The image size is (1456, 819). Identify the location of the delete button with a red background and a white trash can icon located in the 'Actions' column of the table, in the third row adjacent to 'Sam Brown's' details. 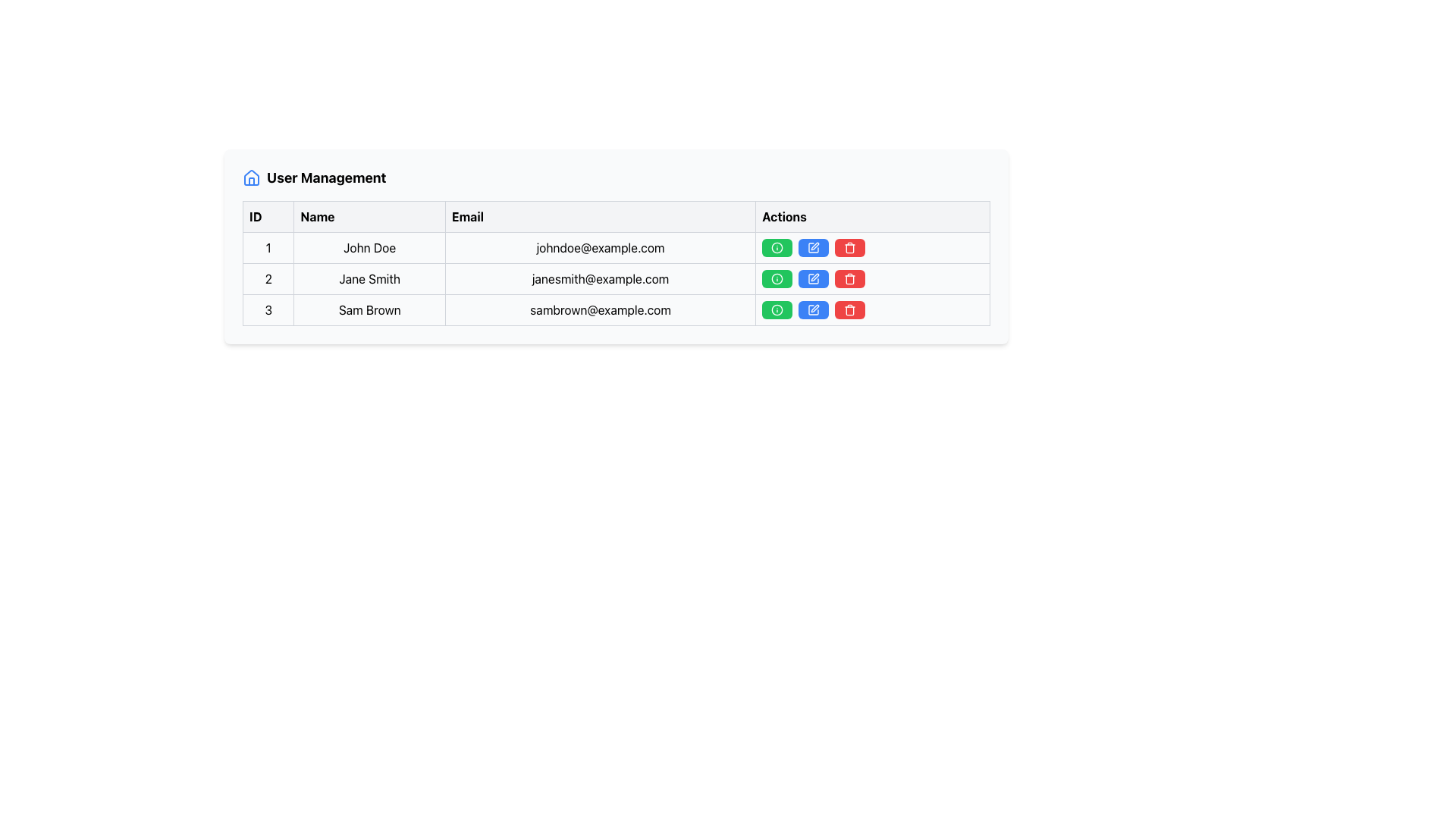
(850, 309).